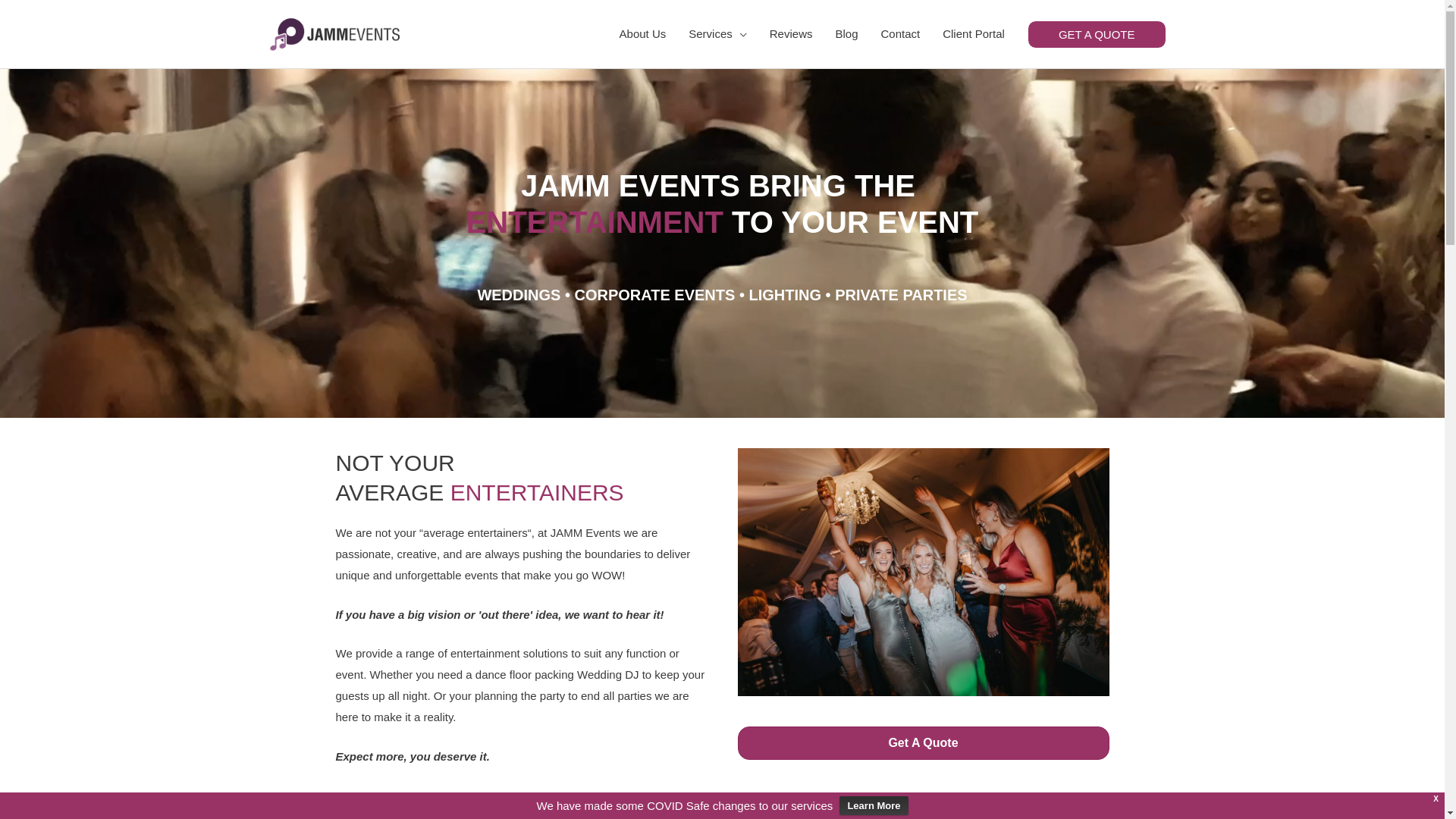  What do you see at coordinates (846, 34) in the screenshot?
I see `'Blog'` at bounding box center [846, 34].